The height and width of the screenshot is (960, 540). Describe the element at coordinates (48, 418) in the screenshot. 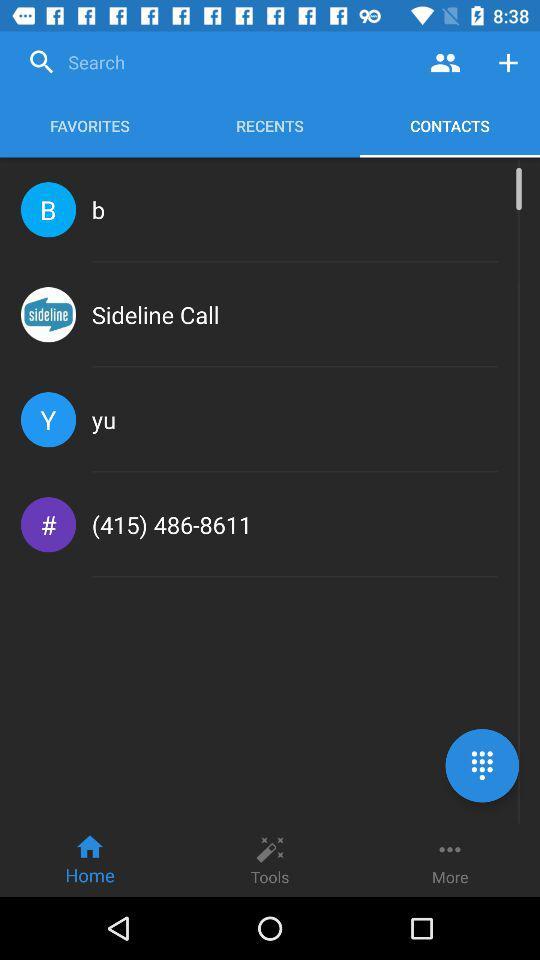

I see `the y item` at that location.